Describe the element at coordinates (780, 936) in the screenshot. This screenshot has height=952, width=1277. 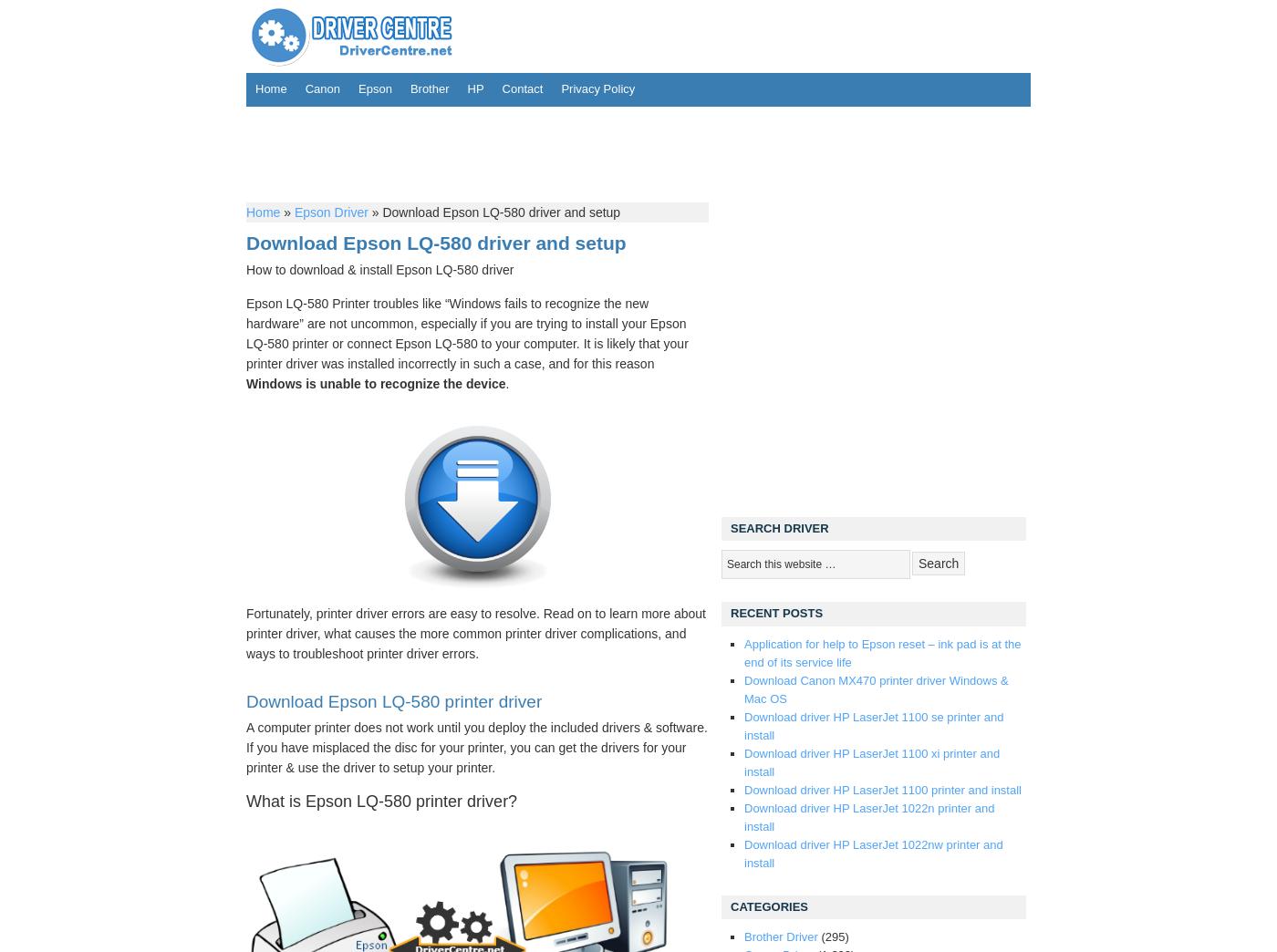
I see `'Brother Driver'` at that location.